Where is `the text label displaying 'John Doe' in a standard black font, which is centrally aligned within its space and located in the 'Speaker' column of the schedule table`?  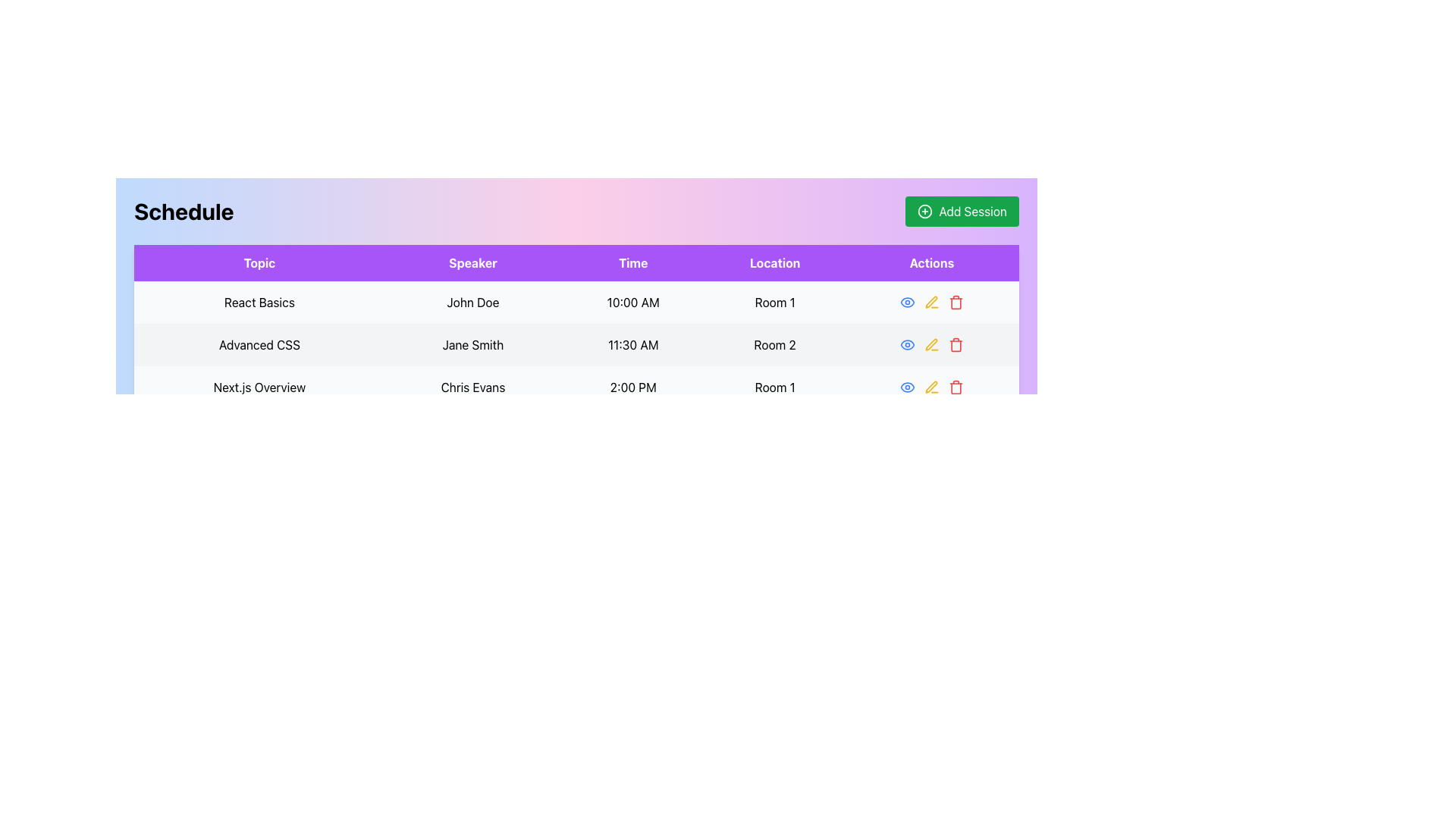 the text label displaying 'John Doe' in a standard black font, which is centrally aligned within its space and located in the 'Speaker' column of the schedule table is located at coordinates (472, 302).